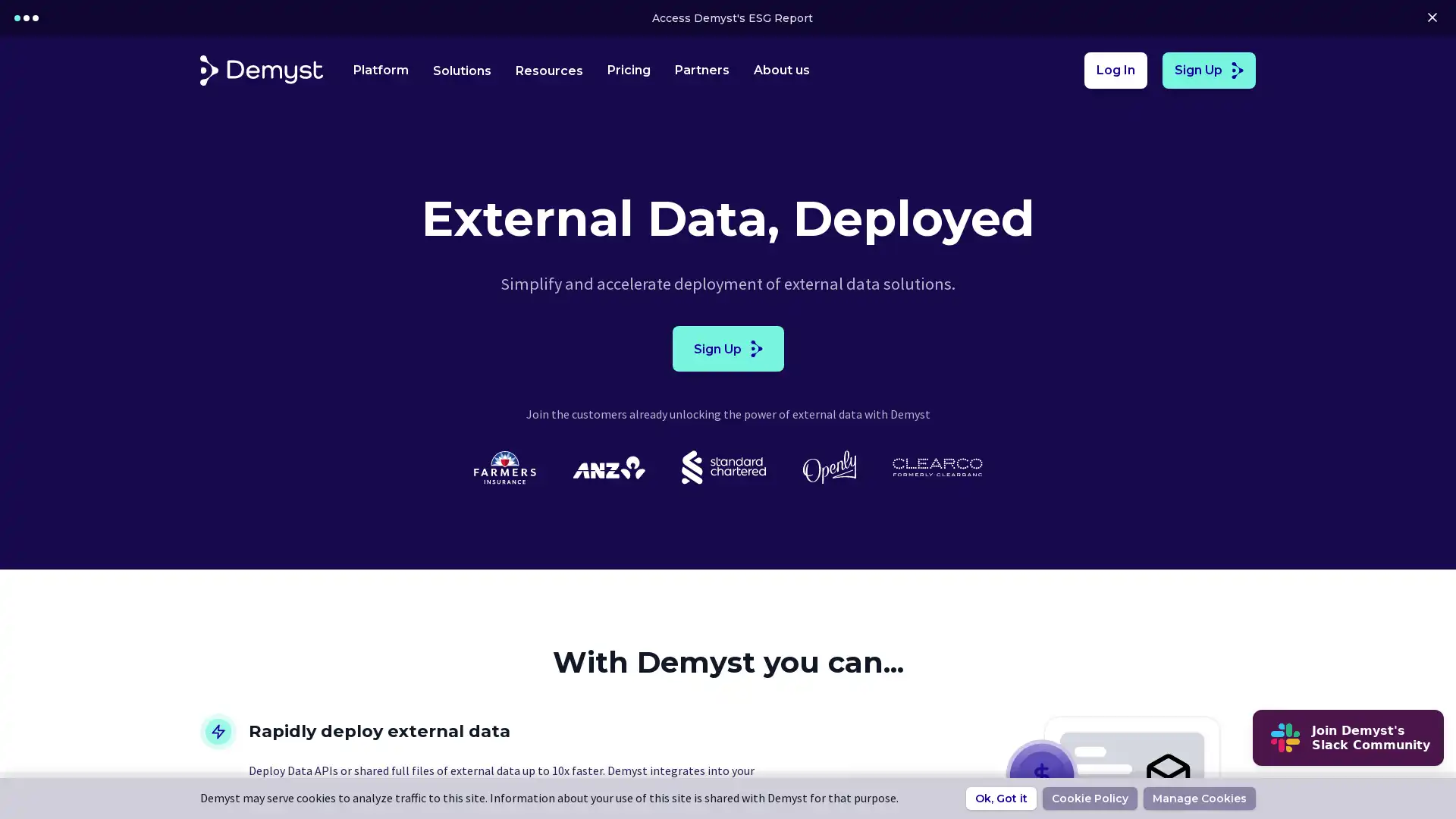 The image size is (1456, 819). Describe the element at coordinates (1430, 17) in the screenshot. I see `Close banner` at that location.